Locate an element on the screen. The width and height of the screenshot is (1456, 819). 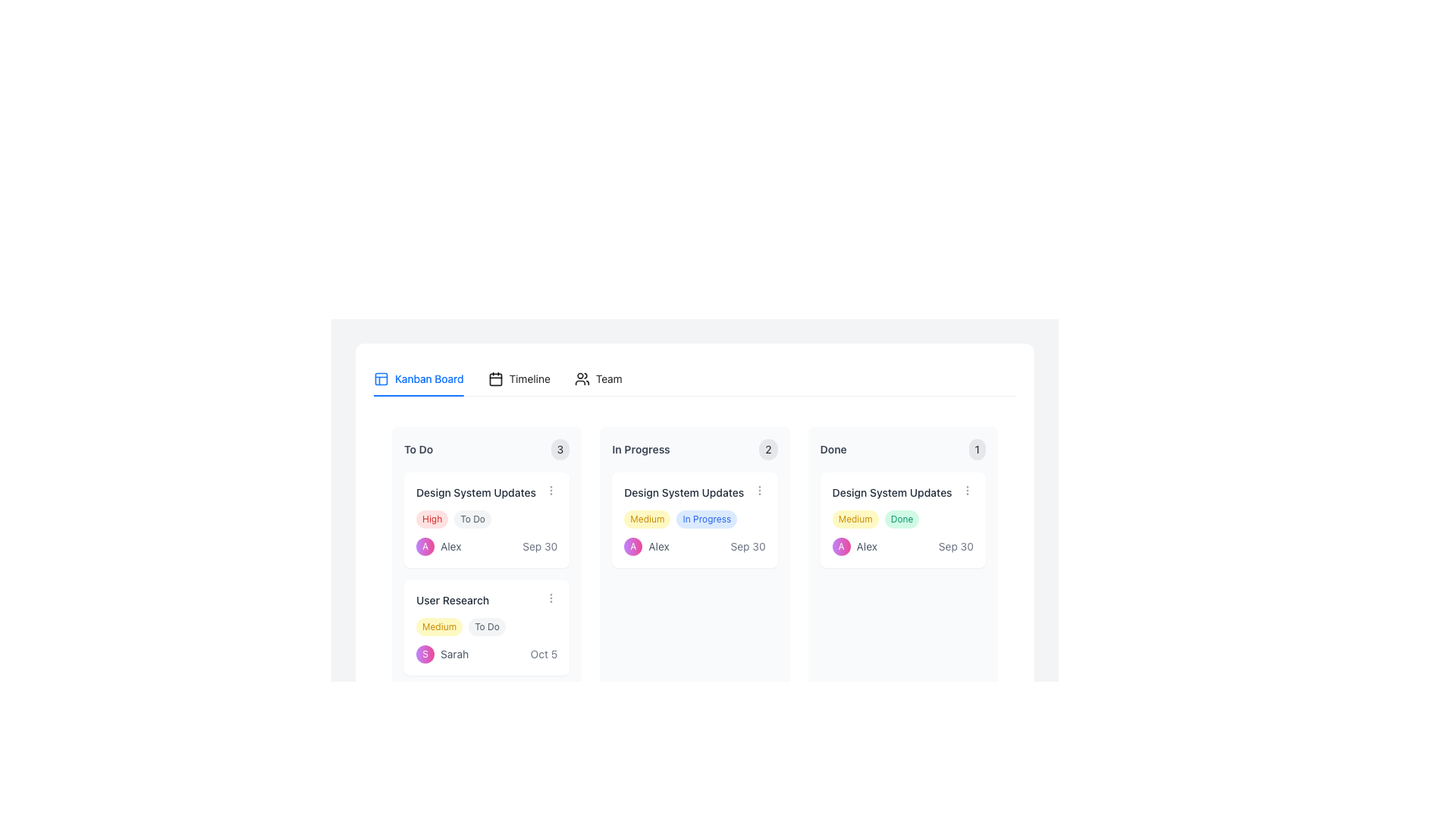
the filled rectangular shape representing the calendar section of the SVG icon located in the navigation area, which is identifiable as part of a calendar icon is located at coordinates (495, 378).